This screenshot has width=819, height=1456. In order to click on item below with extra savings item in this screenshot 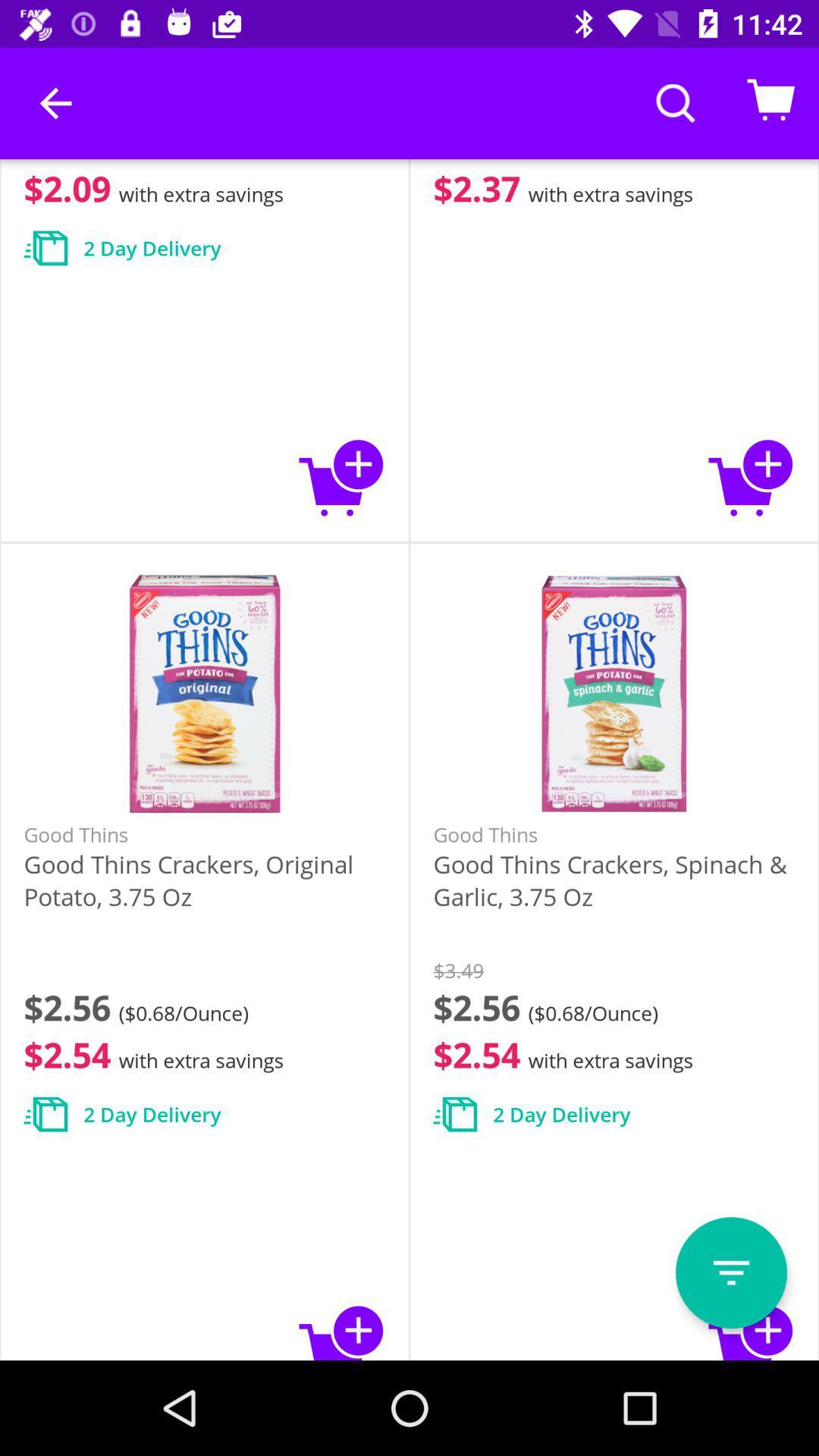, I will do `click(730, 1272)`.